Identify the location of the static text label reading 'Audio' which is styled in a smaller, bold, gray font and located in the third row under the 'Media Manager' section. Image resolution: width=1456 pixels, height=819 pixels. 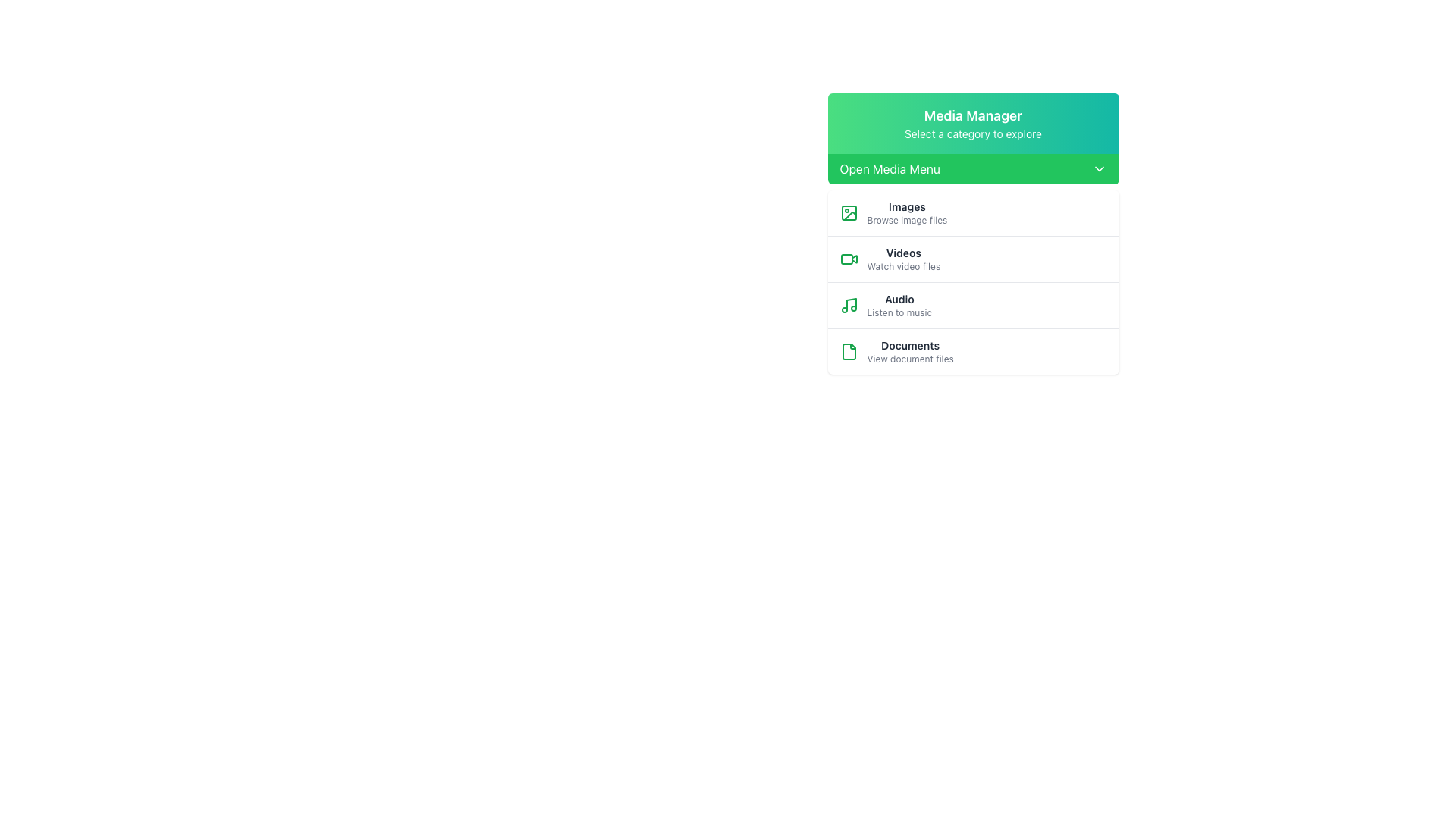
(899, 299).